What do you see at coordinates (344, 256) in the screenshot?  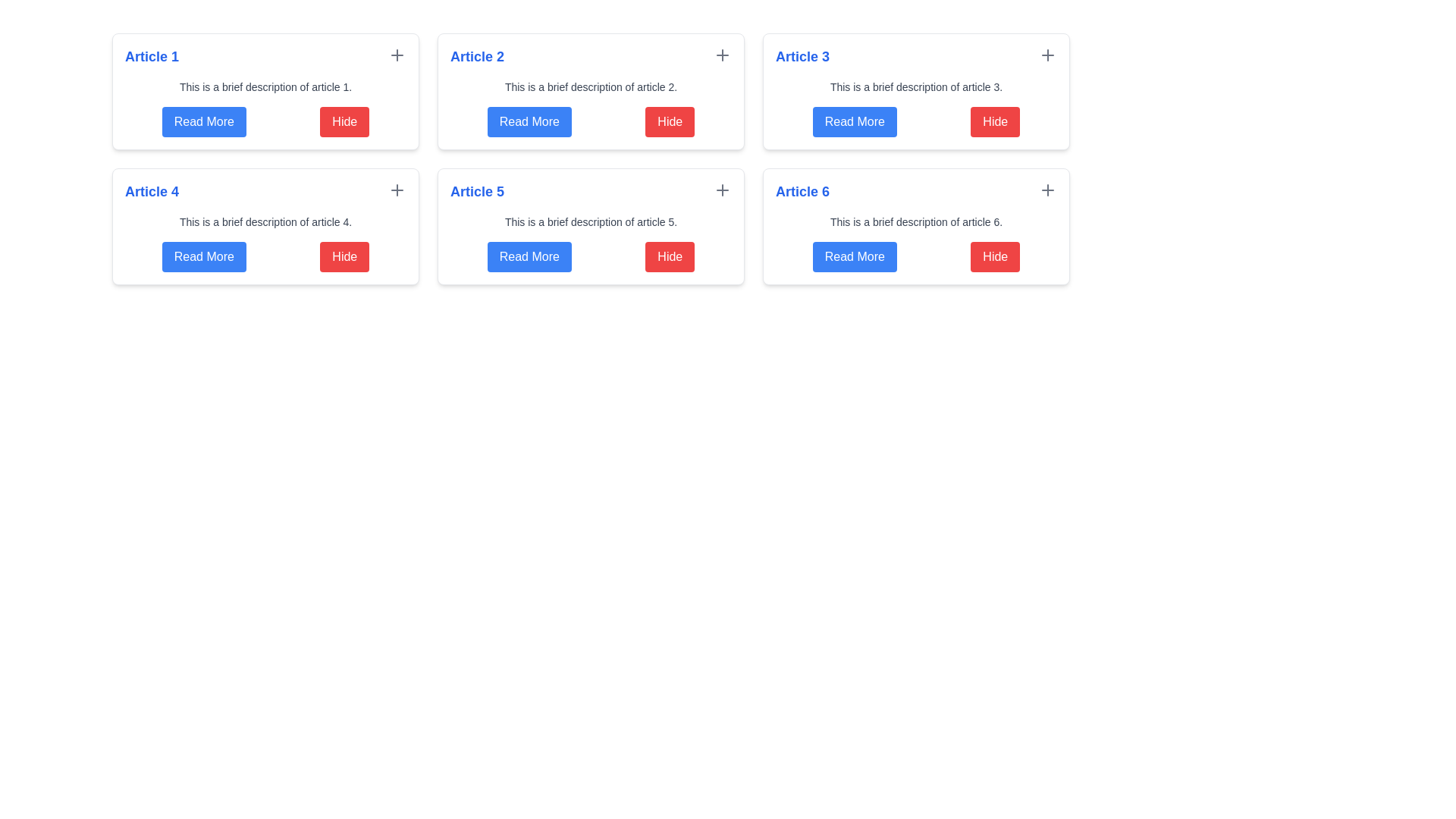 I see `the button located to the right of the 'Read More' button in the article card titled 'Article 4' to change its color to a darker red` at bounding box center [344, 256].